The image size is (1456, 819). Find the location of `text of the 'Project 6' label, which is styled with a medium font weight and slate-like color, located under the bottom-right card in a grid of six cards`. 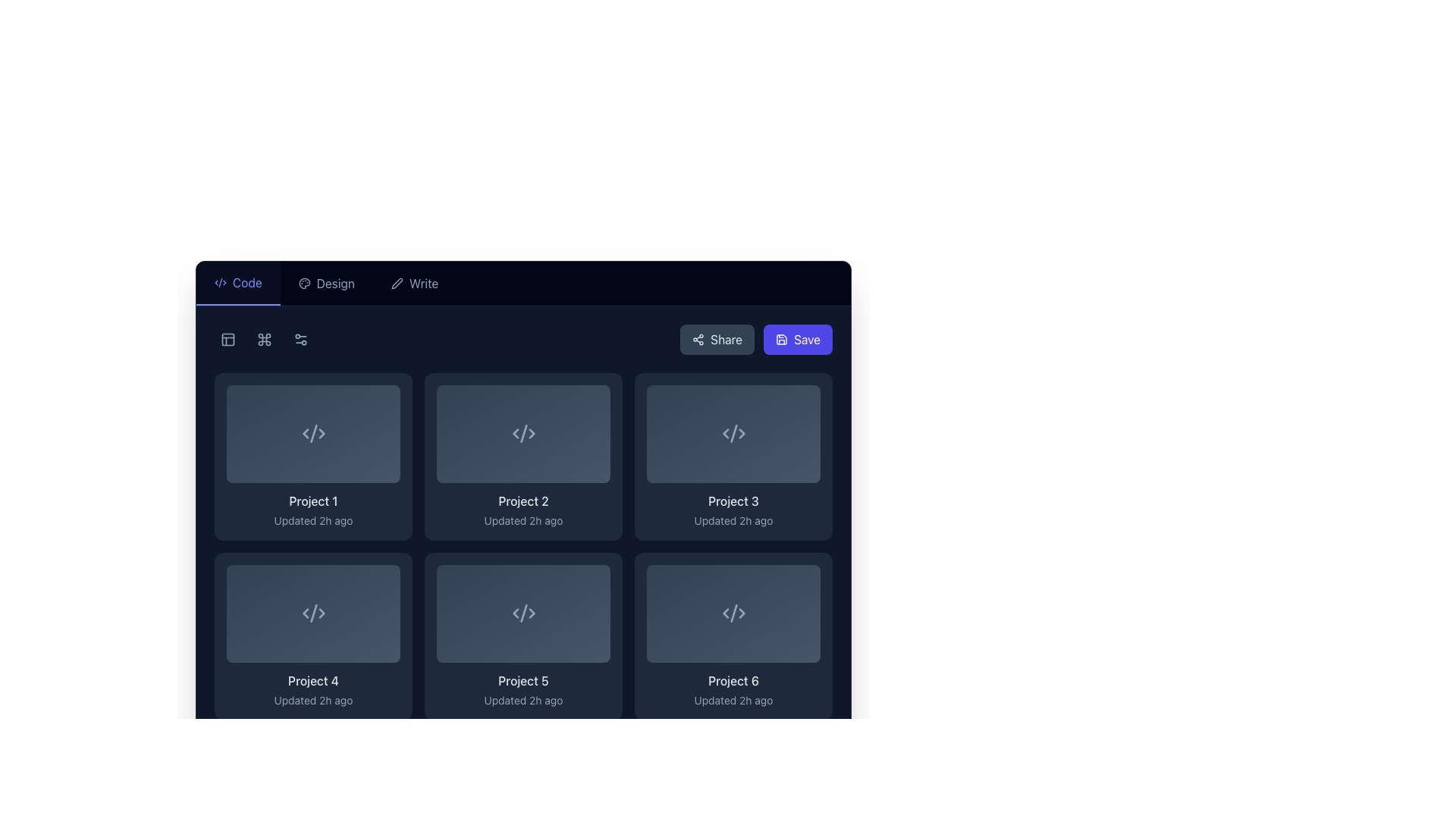

text of the 'Project 6' label, which is styled with a medium font weight and slate-like color, located under the bottom-right card in a grid of six cards is located at coordinates (733, 679).